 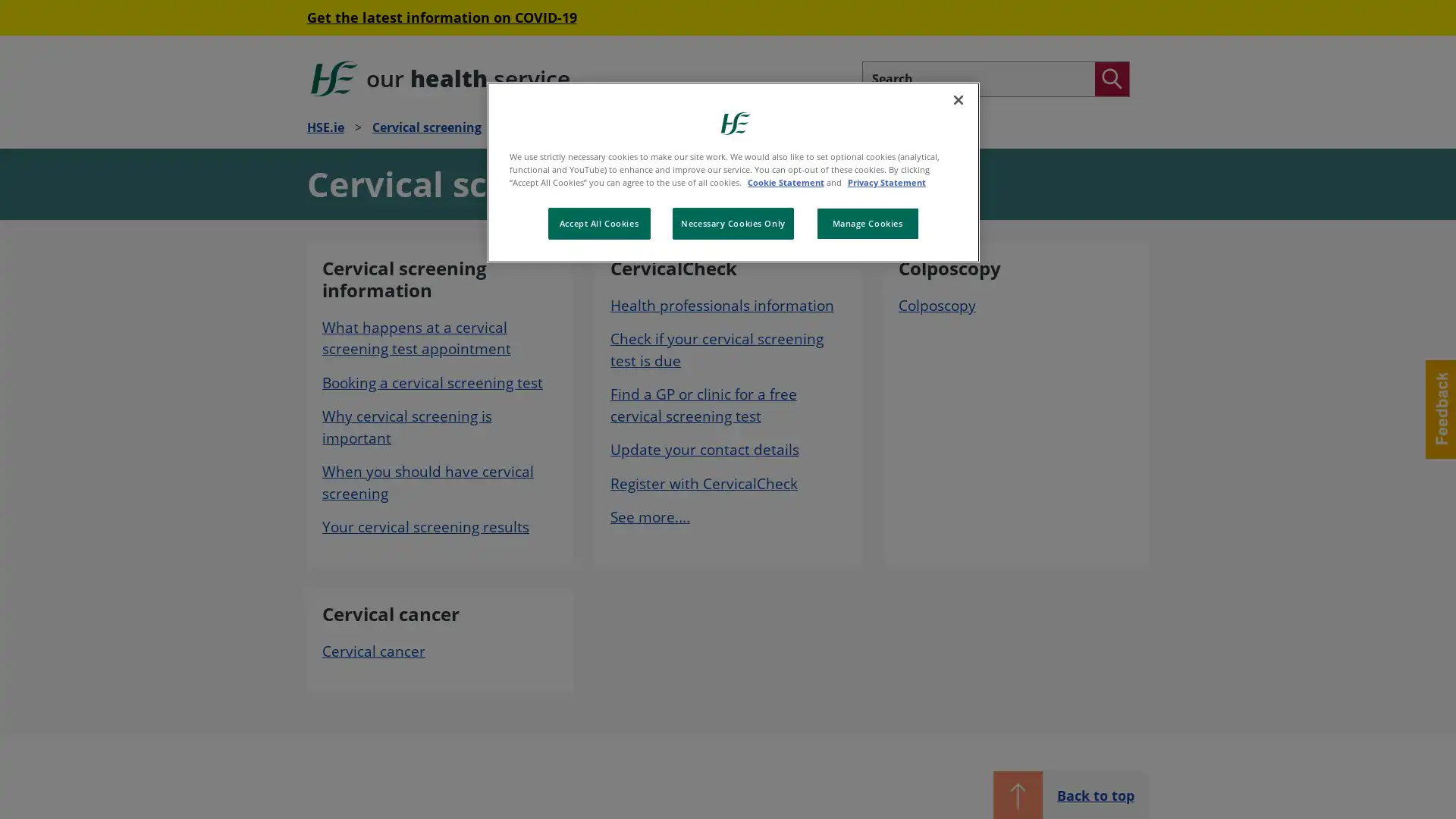 What do you see at coordinates (957, 99) in the screenshot?
I see `Close` at bounding box center [957, 99].